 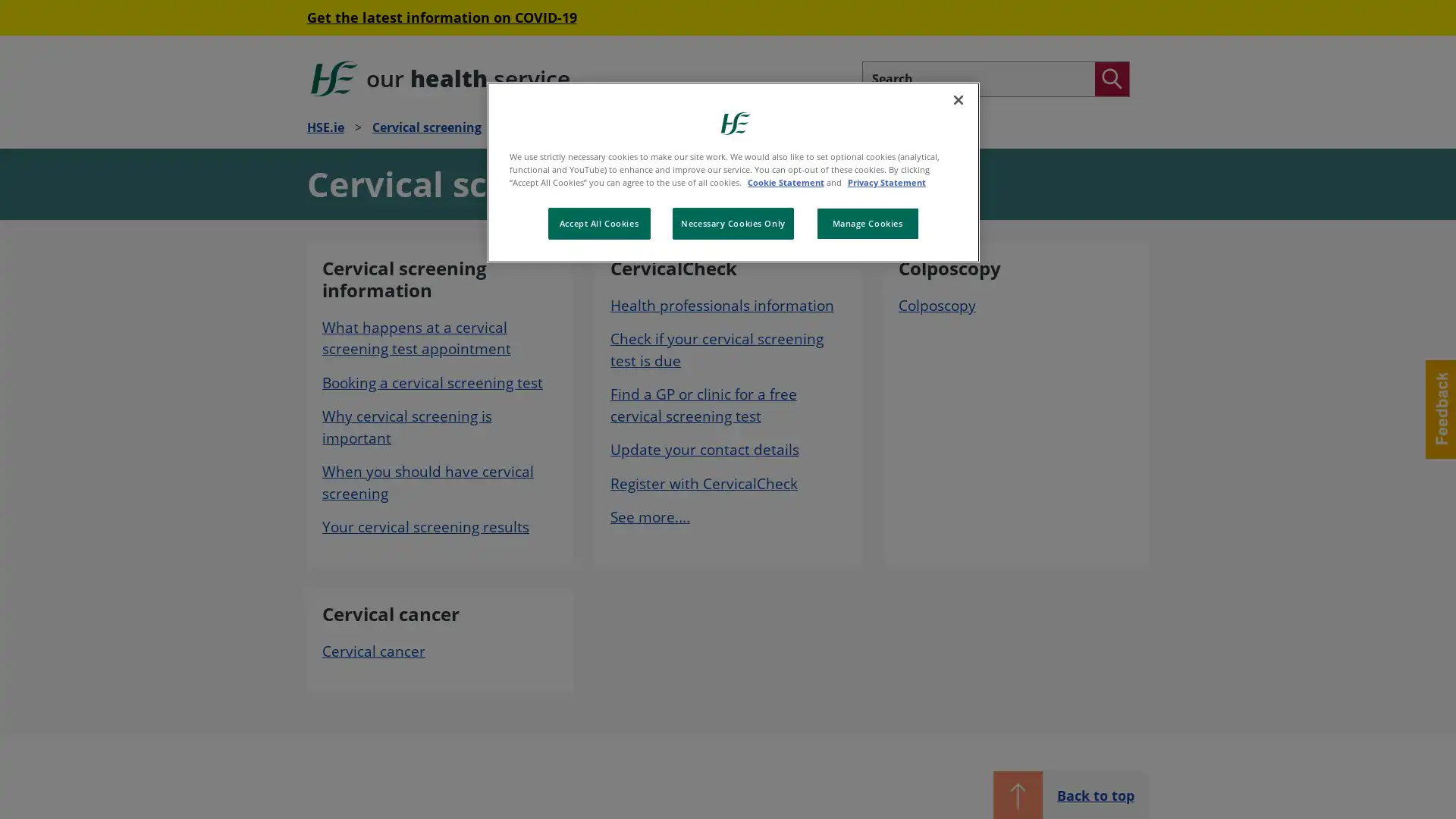 What do you see at coordinates (957, 99) in the screenshot?
I see `Close` at bounding box center [957, 99].